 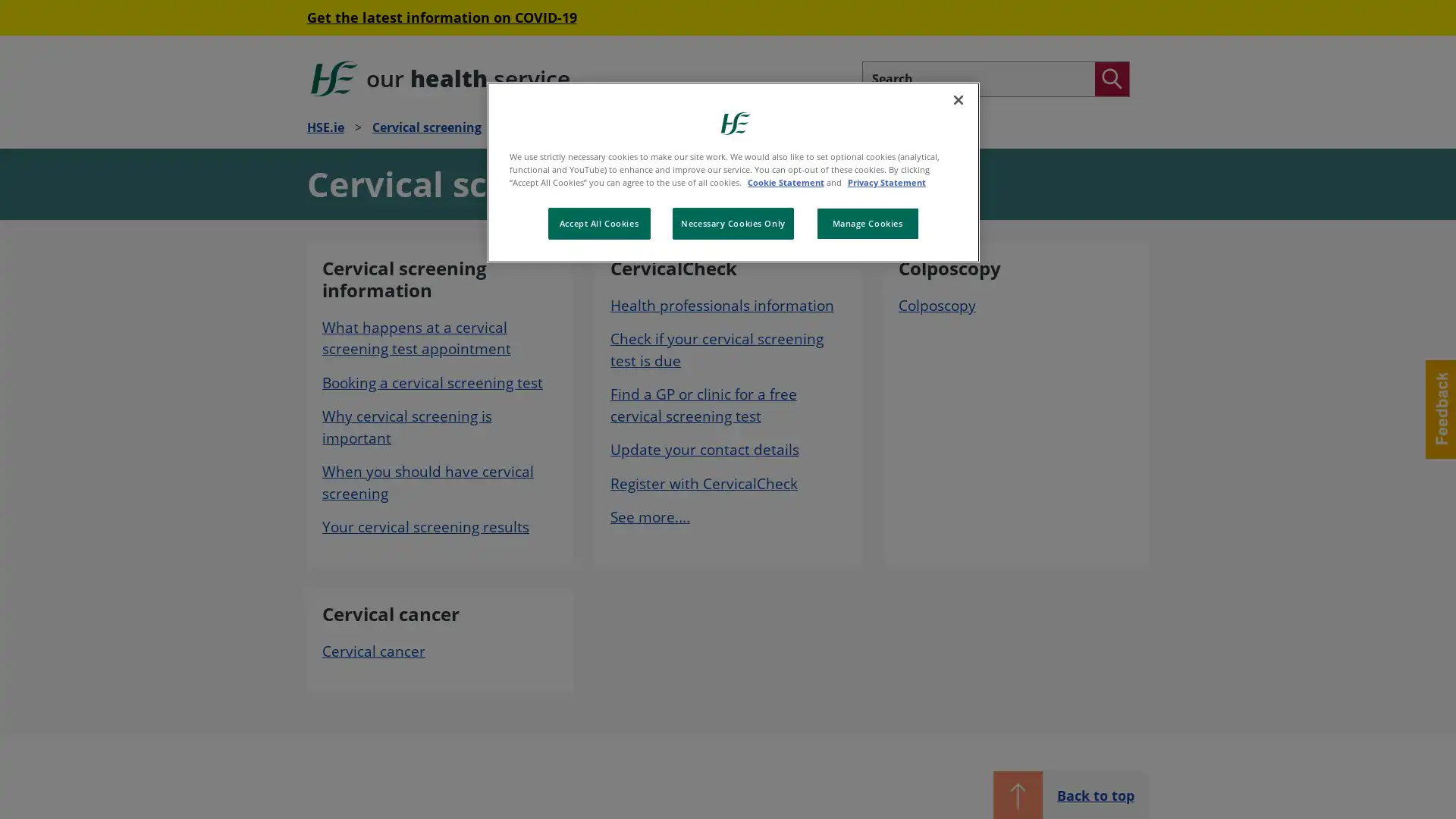 What do you see at coordinates (957, 99) in the screenshot?
I see `Close` at bounding box center [957, 99].